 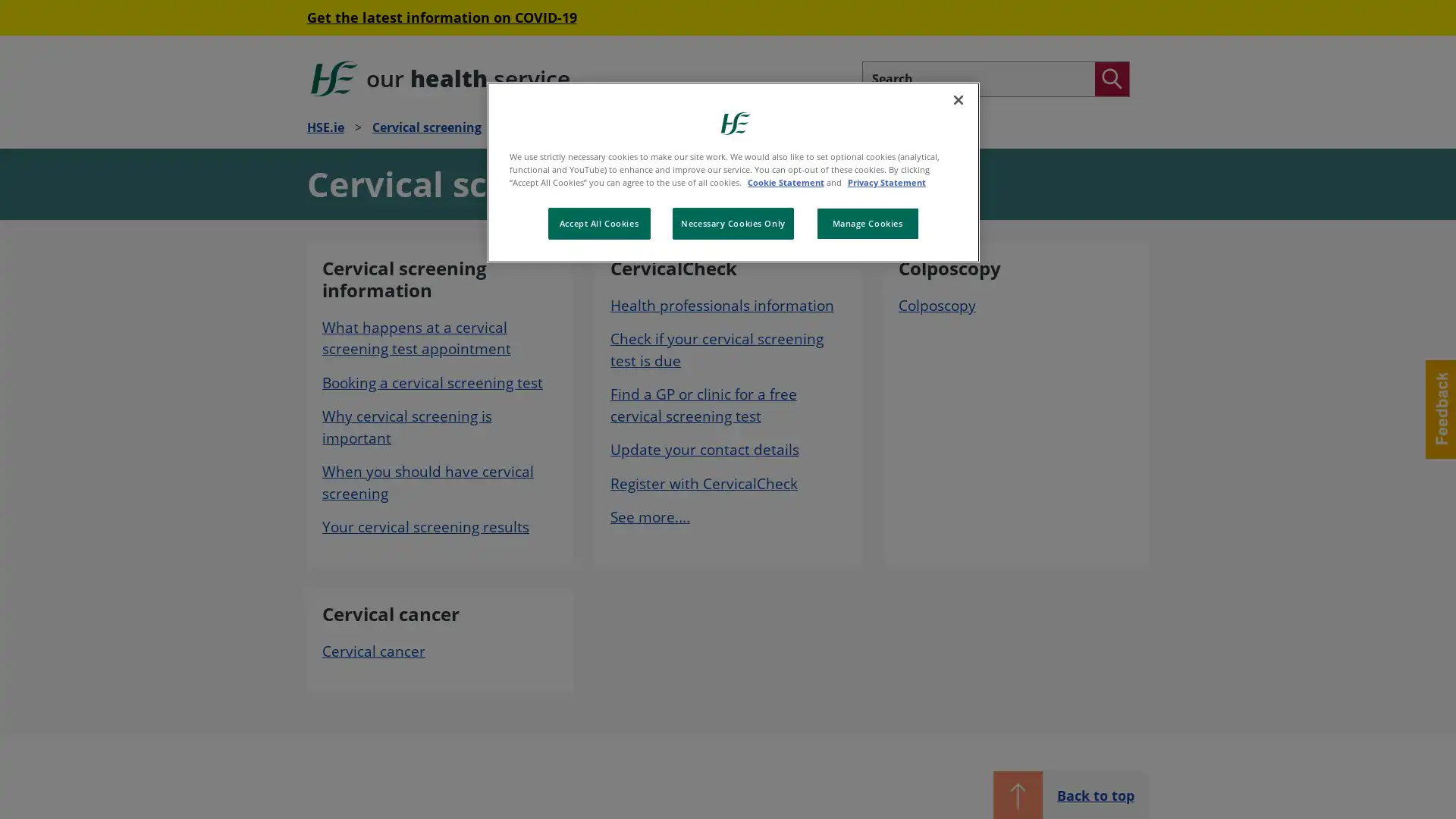 What do you see at coordinates (957, 99) in the screenshot?
I see `Close` at bounding box center [957, 99].